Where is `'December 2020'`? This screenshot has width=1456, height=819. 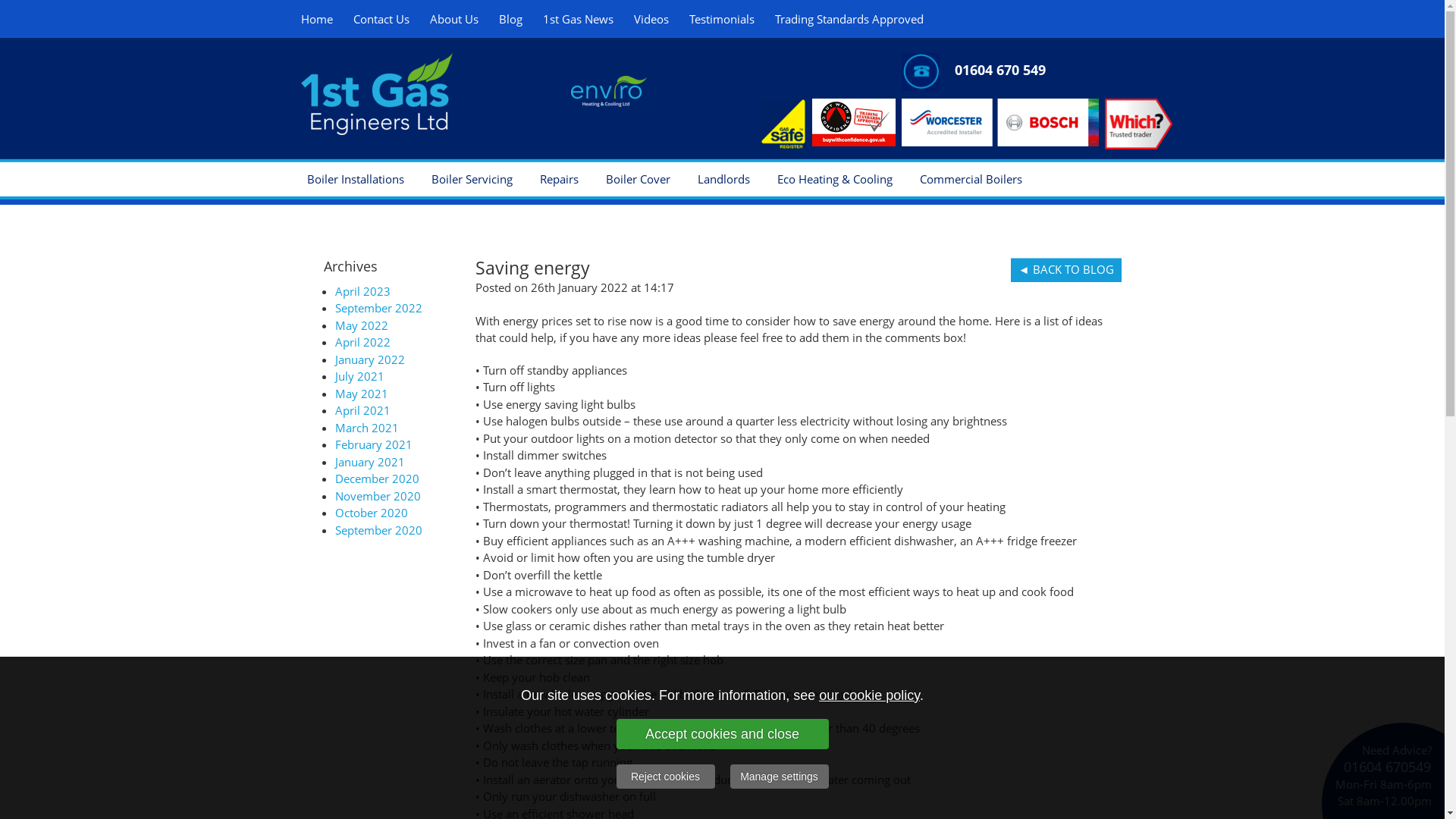 'December 2020' is located at coordinates (377, 479).